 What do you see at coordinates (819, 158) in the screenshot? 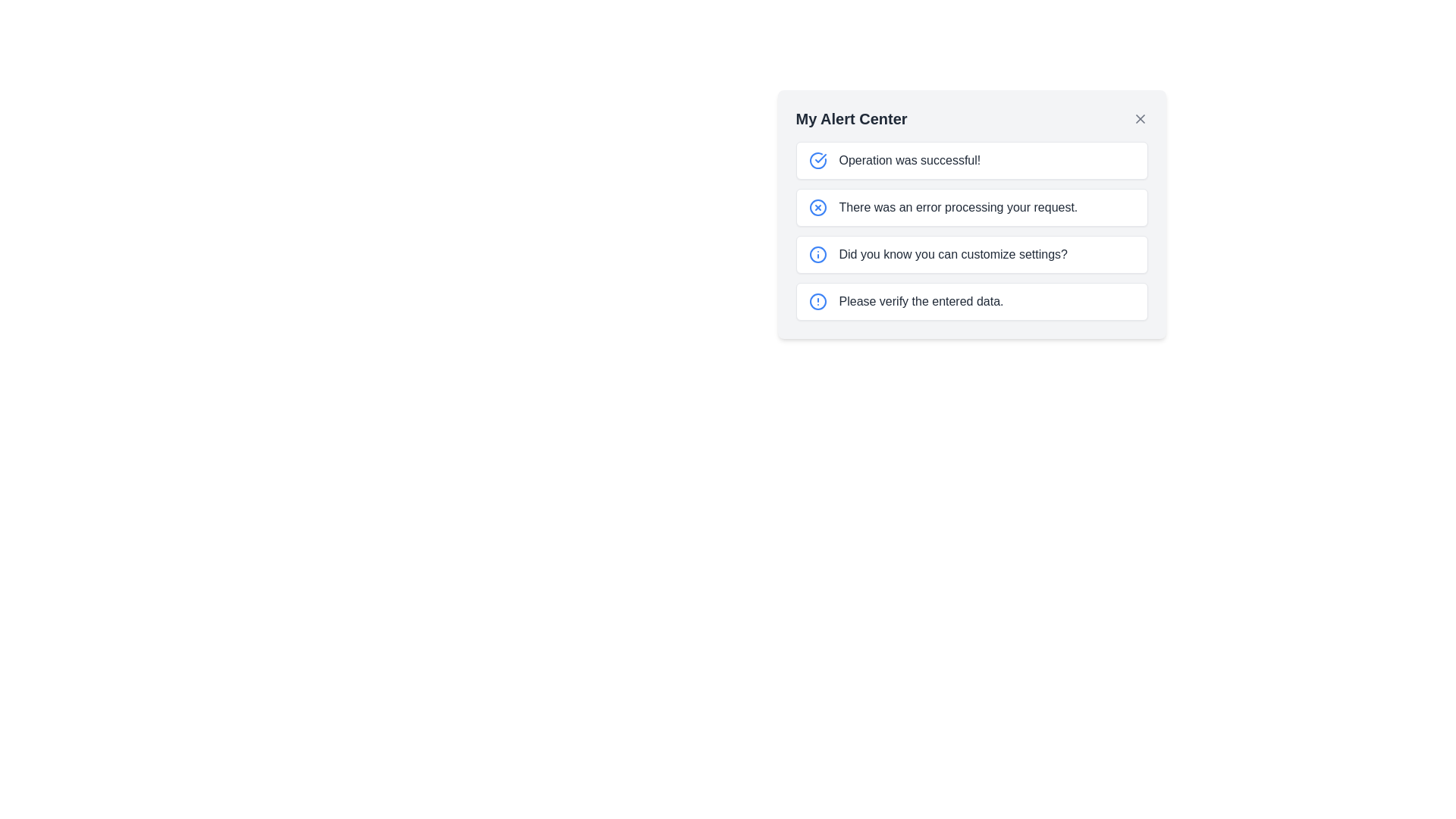
I see `the checkmark icon located in the top-left corner of the alert module, which is part of a larger circular icon with a highlighted border` at bounding box center [819, 158].